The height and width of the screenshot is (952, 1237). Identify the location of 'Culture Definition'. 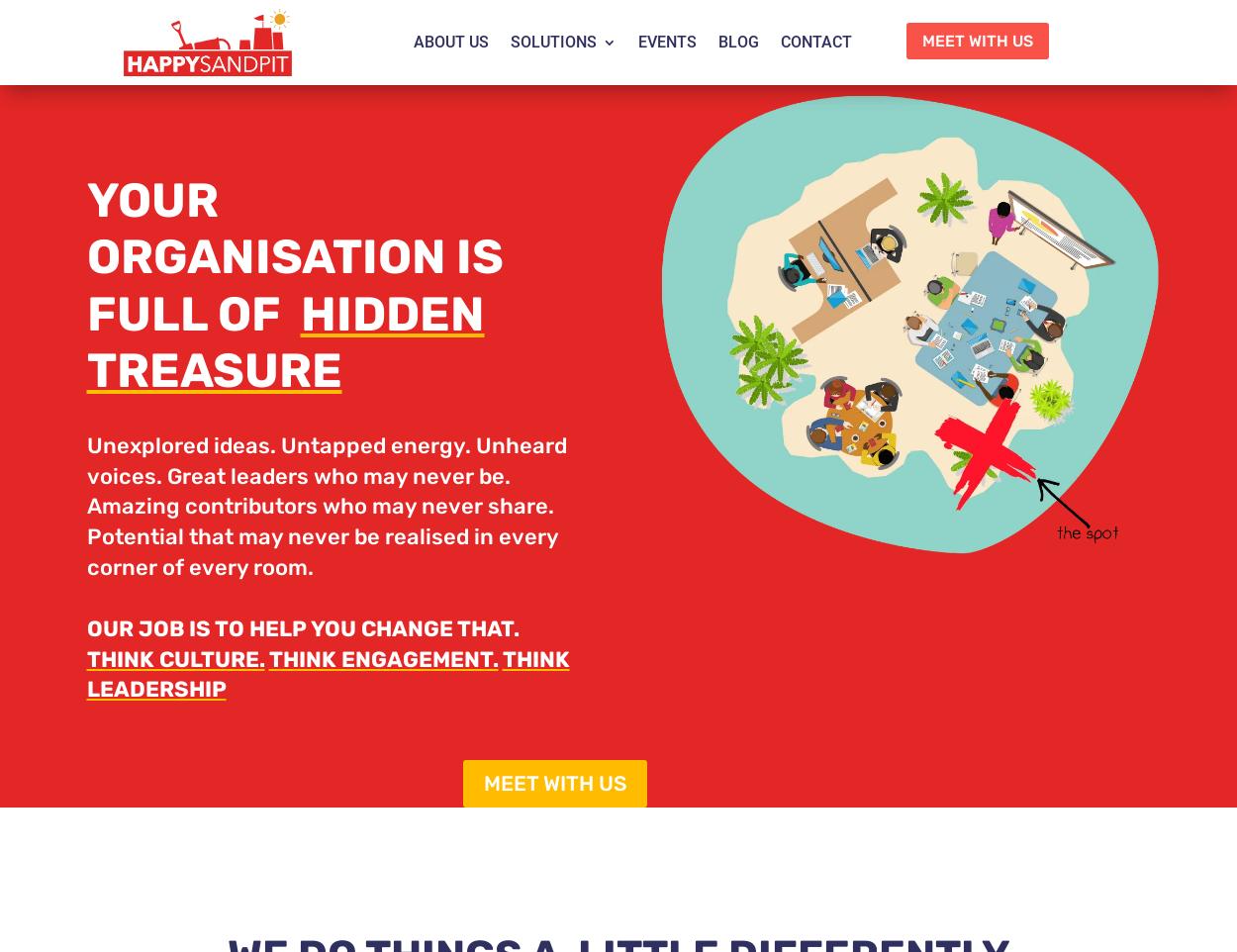
(616, 318).